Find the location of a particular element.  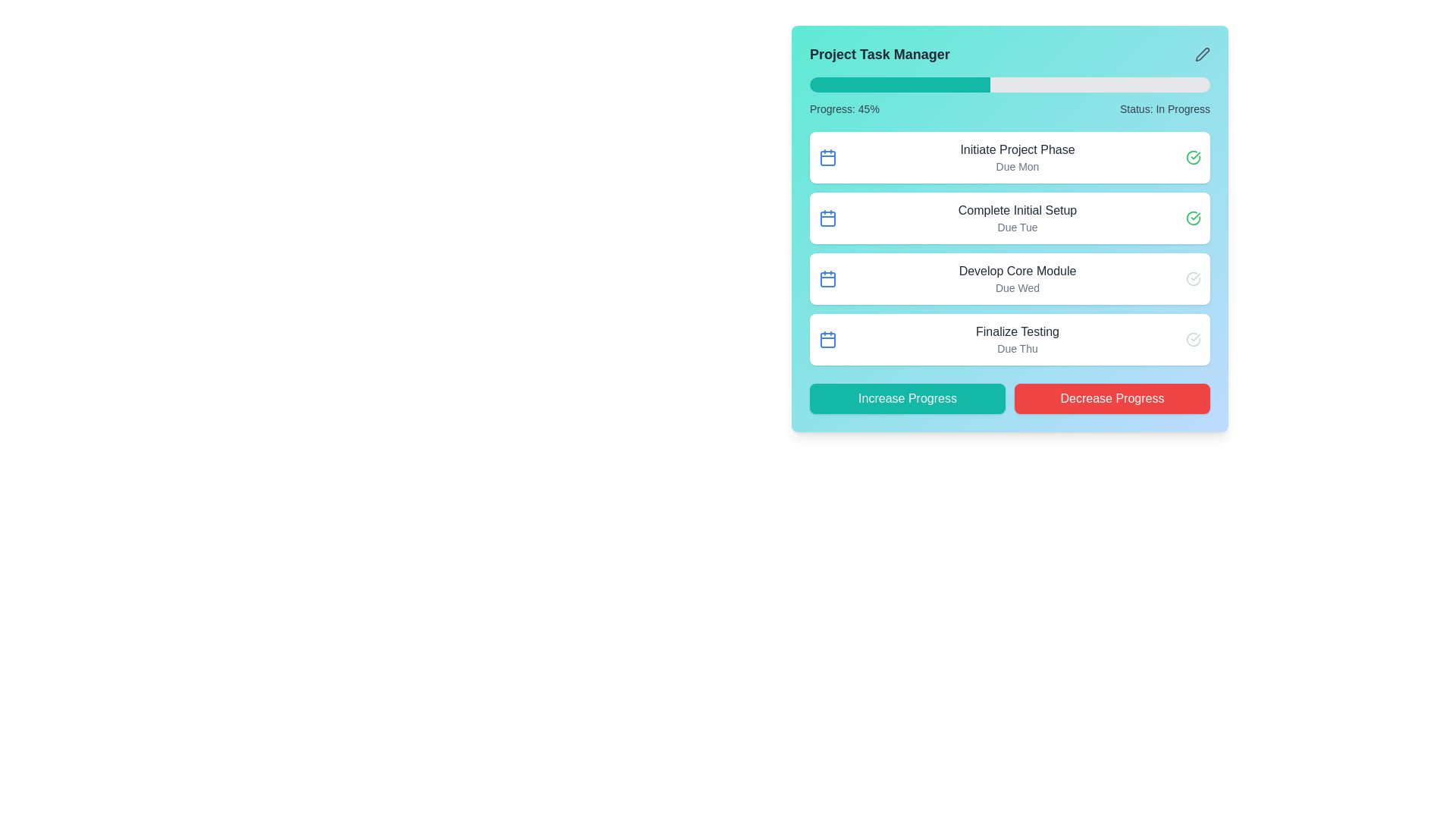

the progress bar is located at coordinates (910, 84).